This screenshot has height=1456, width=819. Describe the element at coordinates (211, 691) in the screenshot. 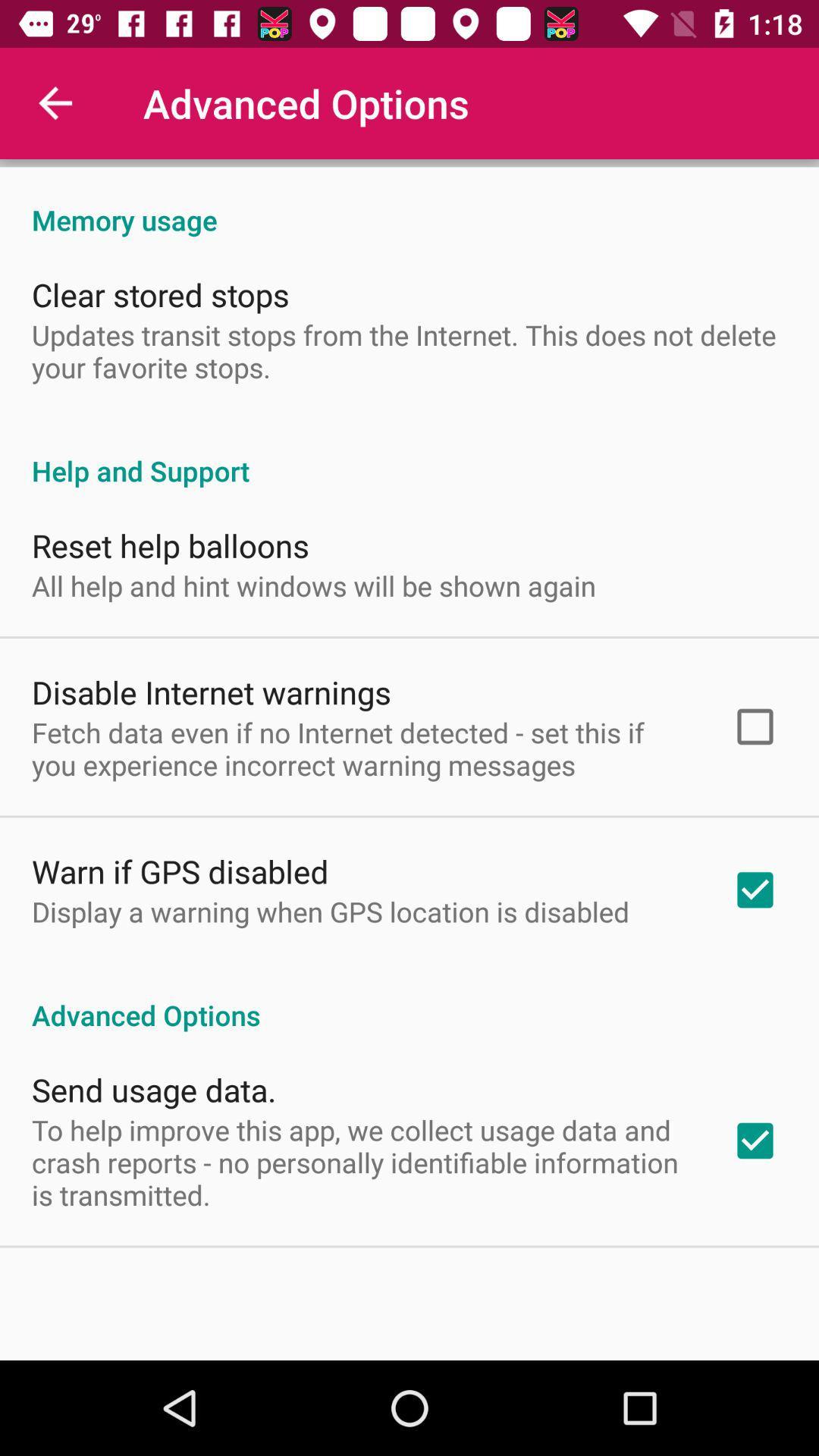

I see `the icon above fetch data even` at that location.